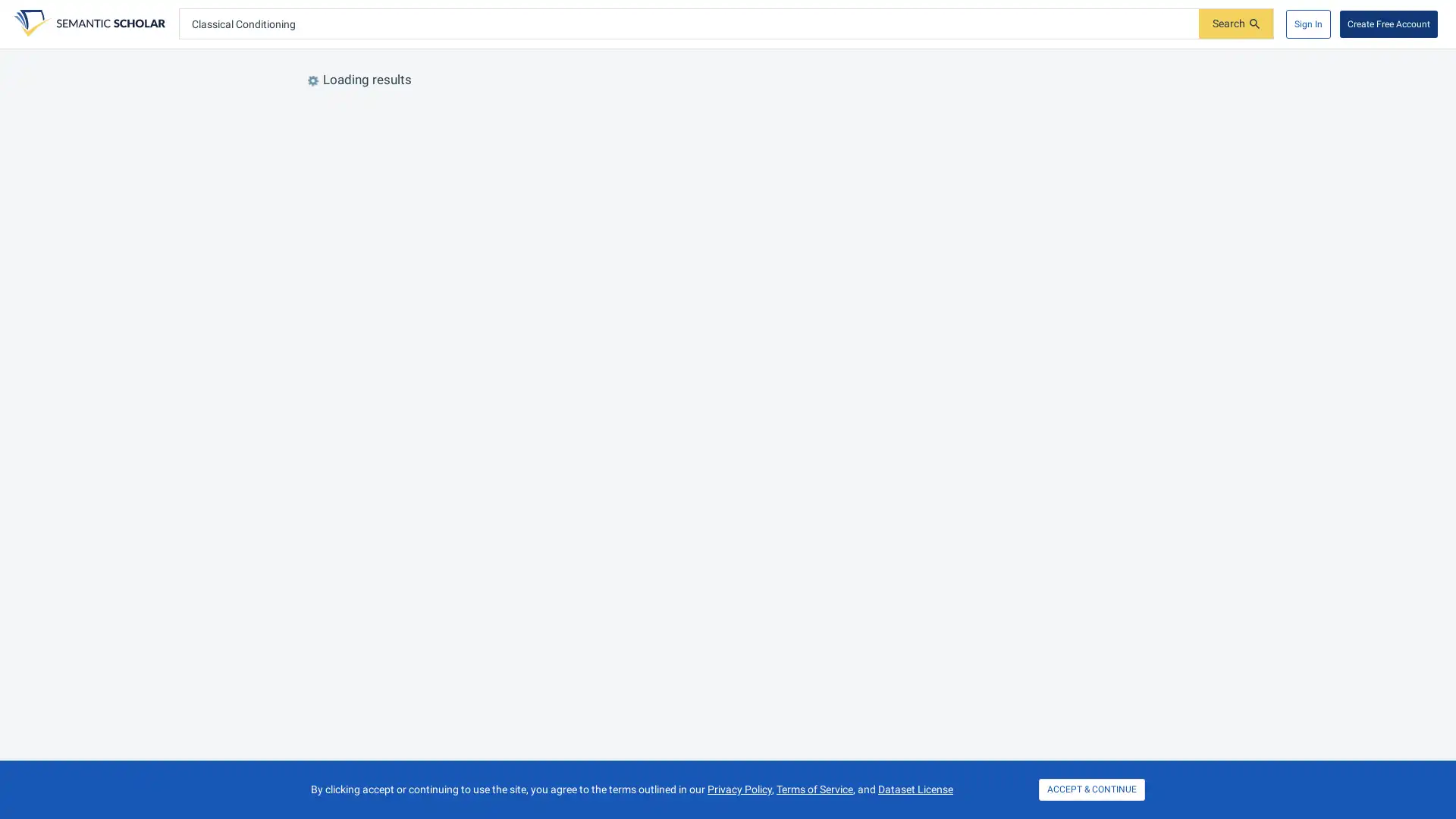 This screenshot has width=1456, height=819. Describe the element at coordinates (416, 309) in the screenshot. I see `Save to Library` at that location.